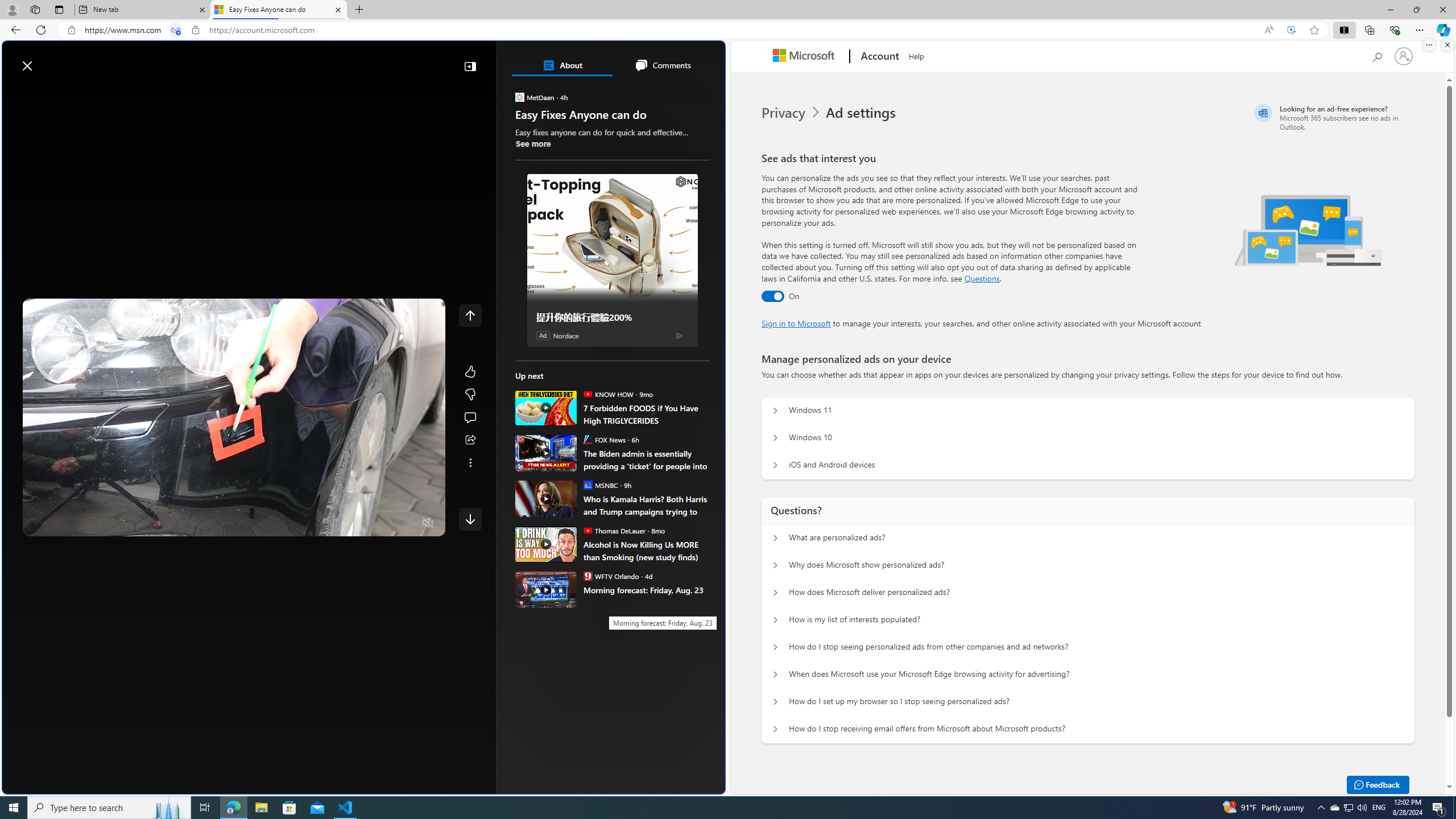  Describe the element at coordinates (16, 92) in the screenshot. I see `'Open navigation menu'` at that location.